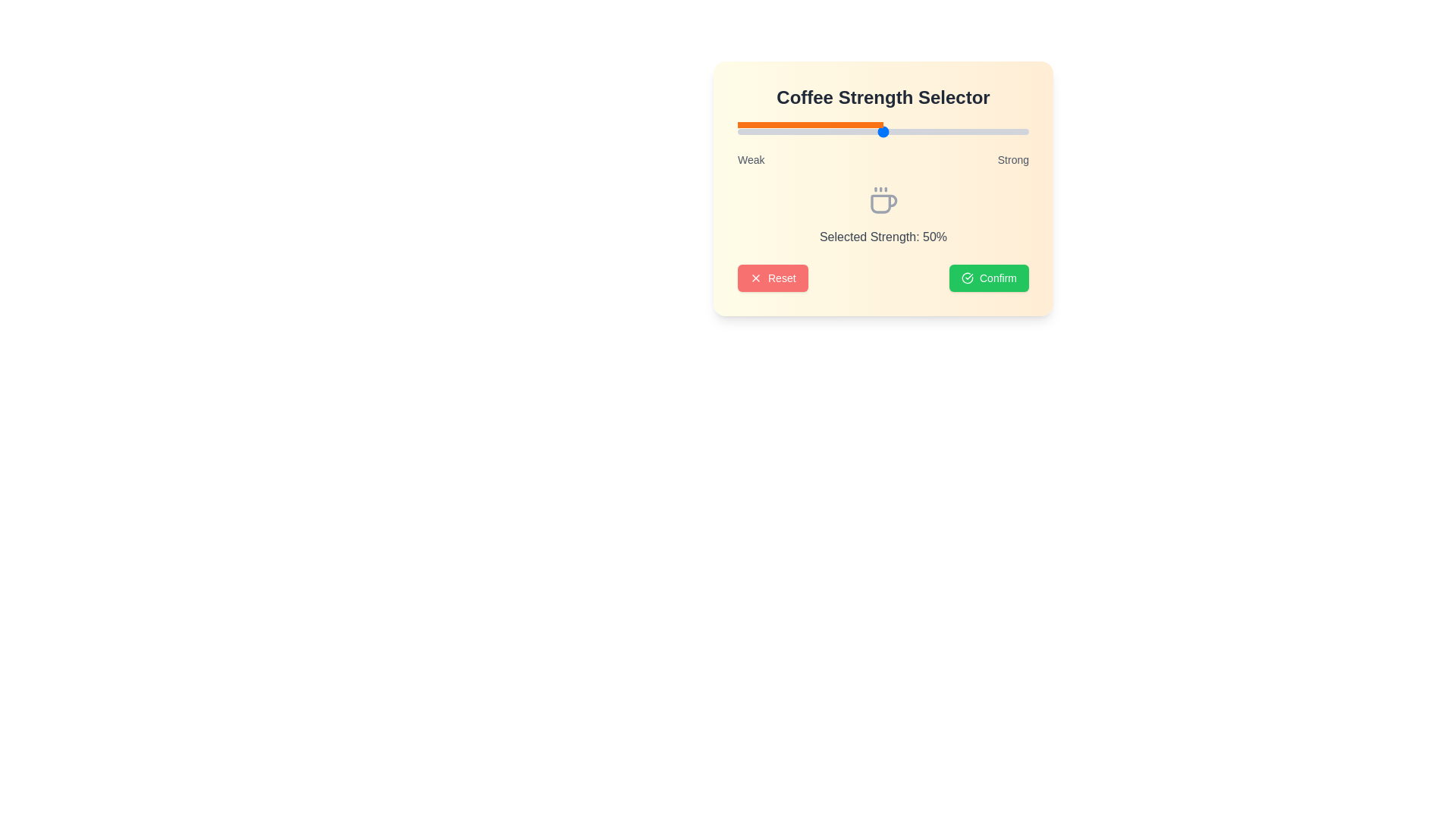  I want to click on the coffee cup icon, which is styled with a modern stroke design, shaded in gray, and has three vertical steam lines above it. This icon is located below the 'Coffee Strength Selector' heading and above the 'Reset' and 'Confirm' buttons, so click(883, 200).